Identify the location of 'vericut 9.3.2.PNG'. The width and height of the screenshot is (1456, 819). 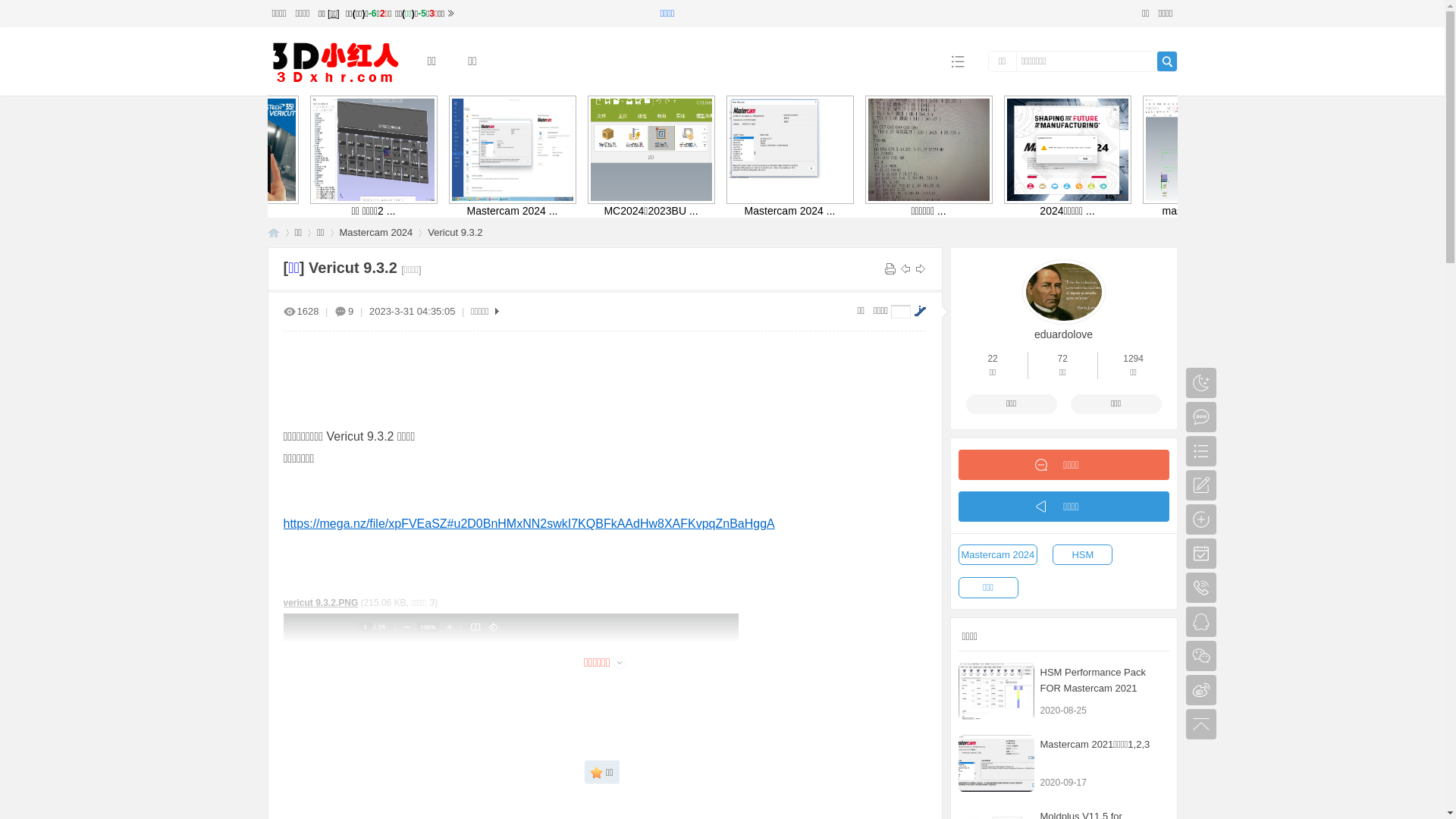
(320, 601).